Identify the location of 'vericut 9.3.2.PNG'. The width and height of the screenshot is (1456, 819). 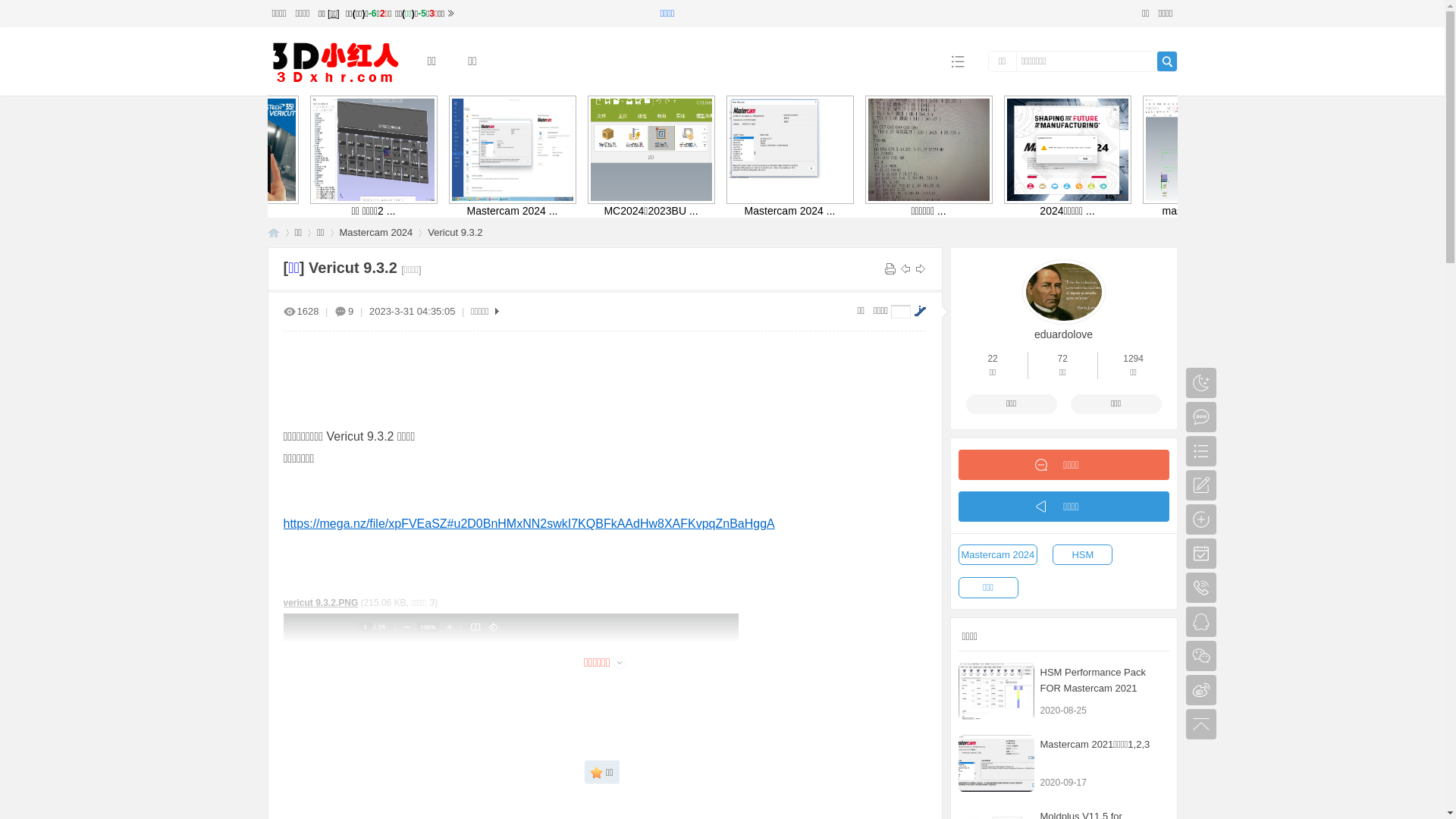
(320, 601).